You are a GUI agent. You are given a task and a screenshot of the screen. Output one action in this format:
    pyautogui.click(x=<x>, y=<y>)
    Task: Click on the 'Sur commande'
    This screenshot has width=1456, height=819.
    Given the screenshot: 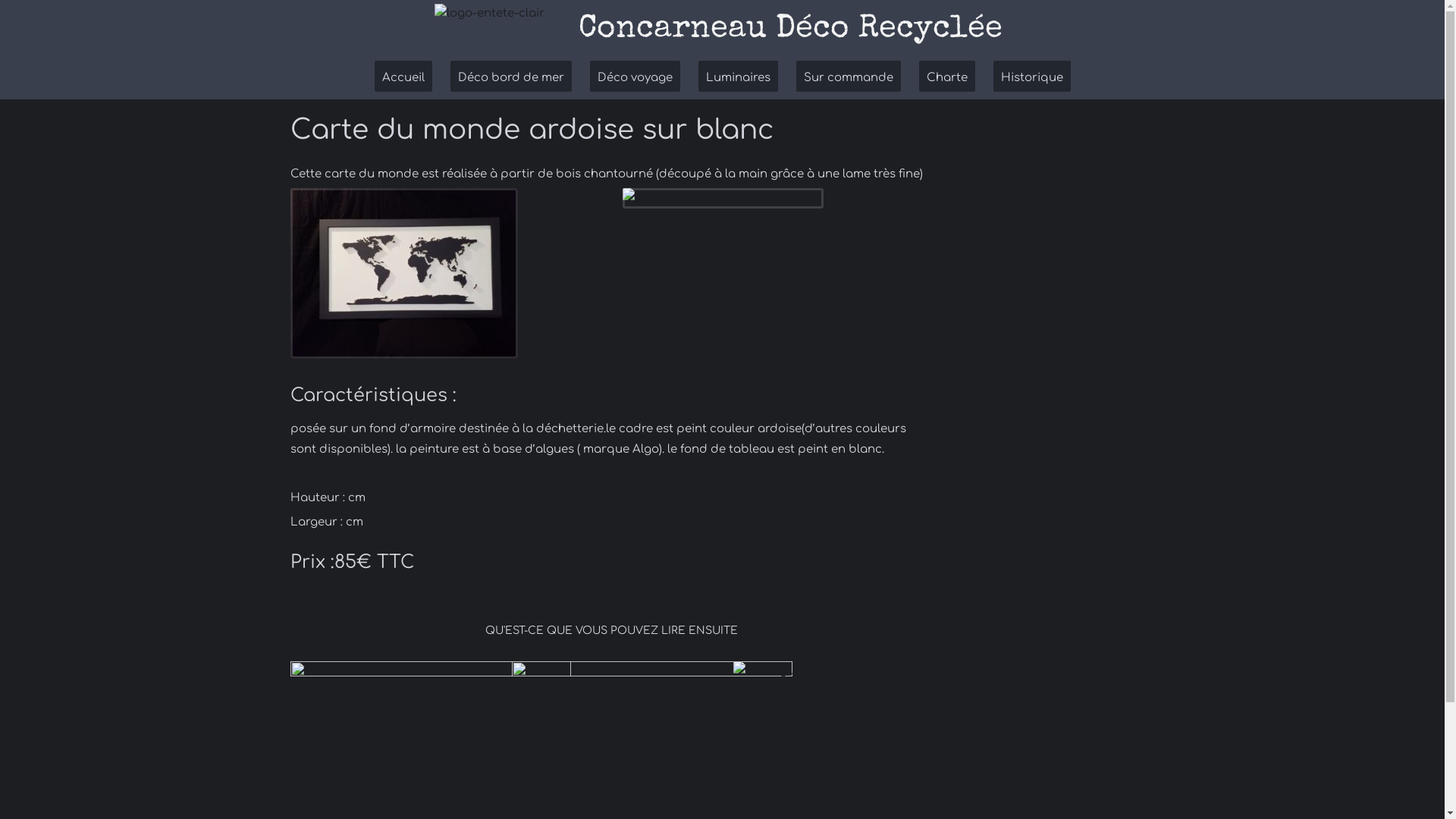 What is the action you would take?
    pyautogui.click(x=847, y=77)
    